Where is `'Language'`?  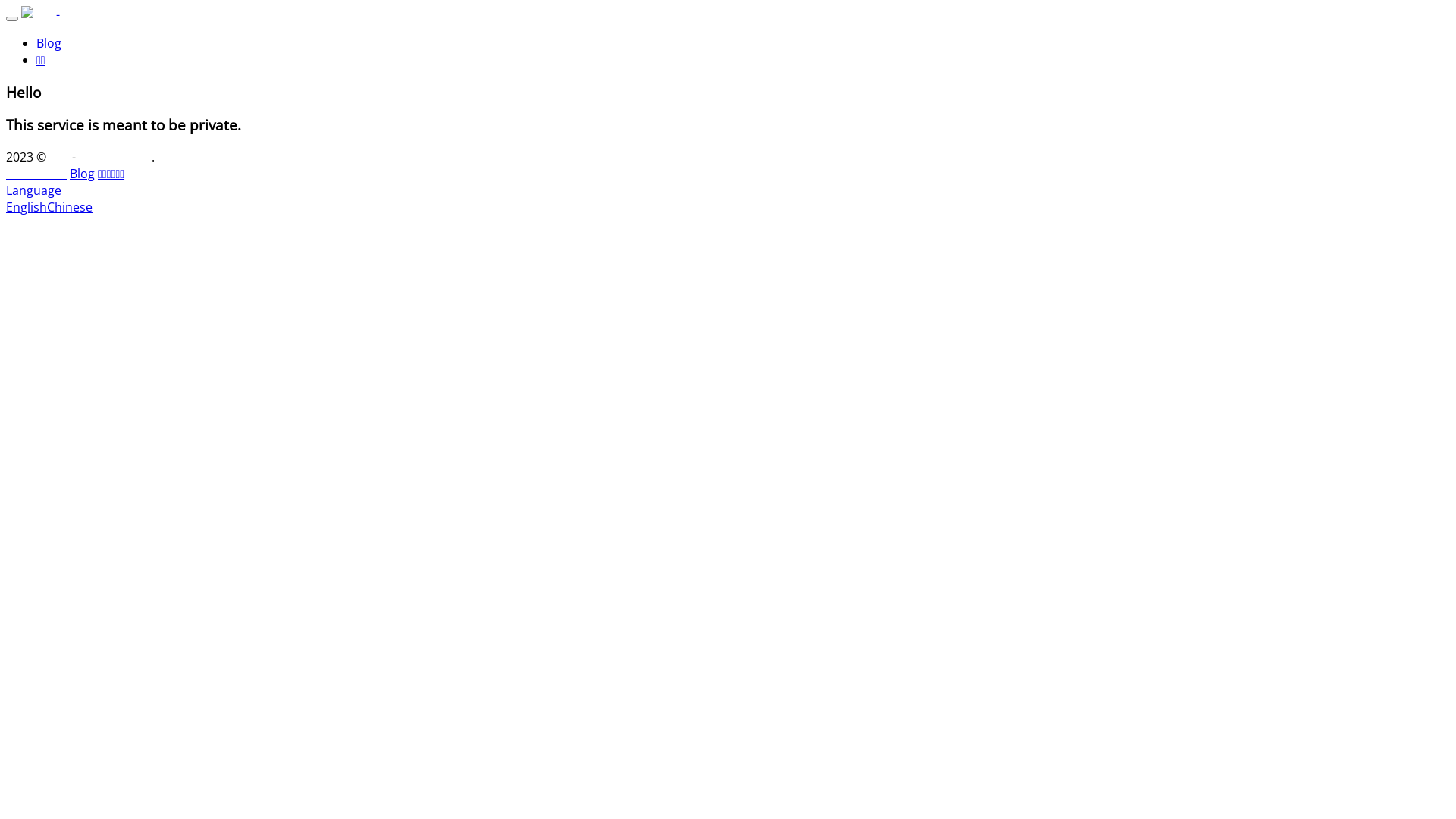
'Language' is located at coordinates (33, 189).